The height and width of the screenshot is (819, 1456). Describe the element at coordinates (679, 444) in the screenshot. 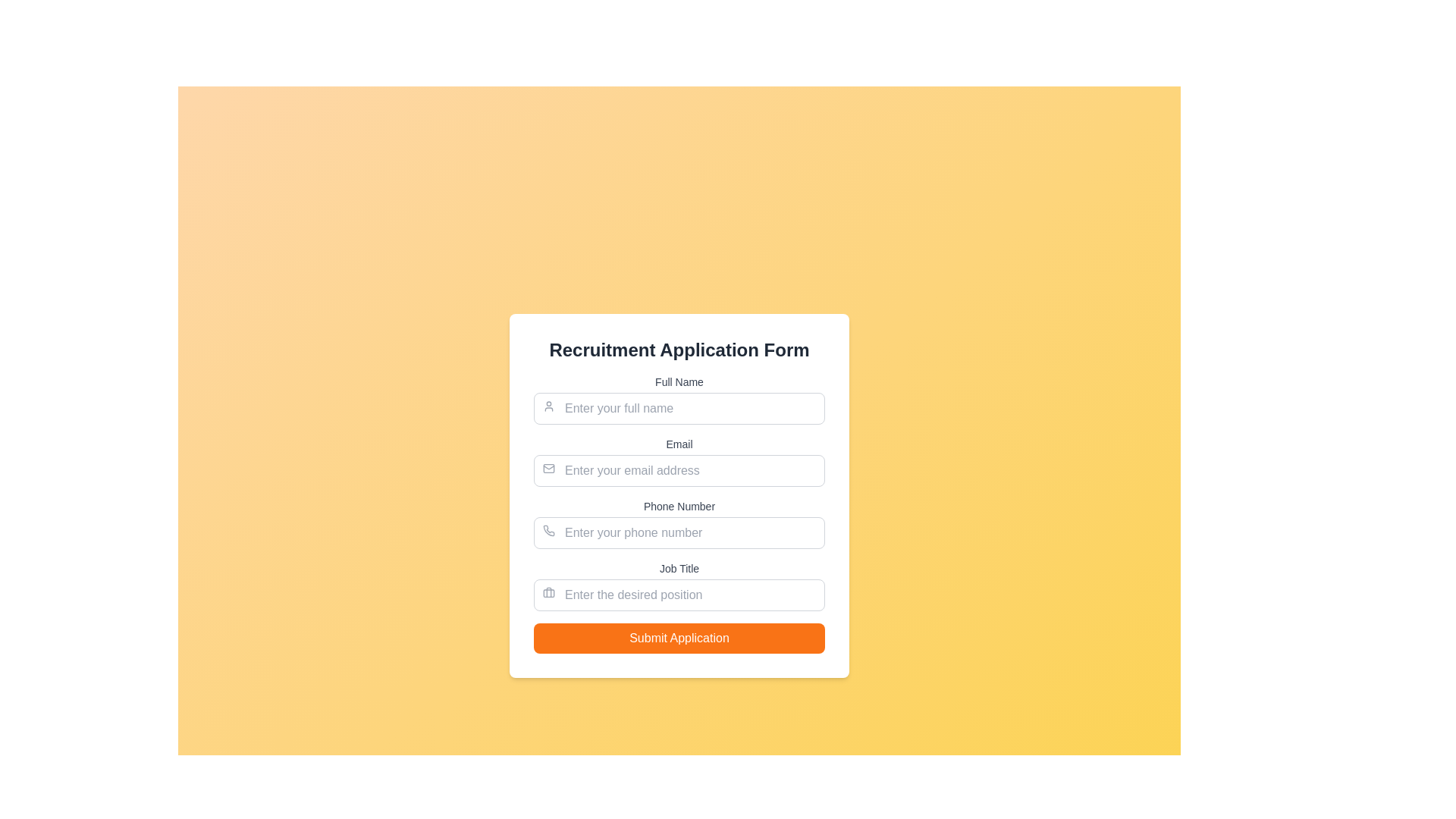

I see `the label that describes the purpose of the email input field in the Recruitment Application Form, which is centered above the email address input field` at that location.